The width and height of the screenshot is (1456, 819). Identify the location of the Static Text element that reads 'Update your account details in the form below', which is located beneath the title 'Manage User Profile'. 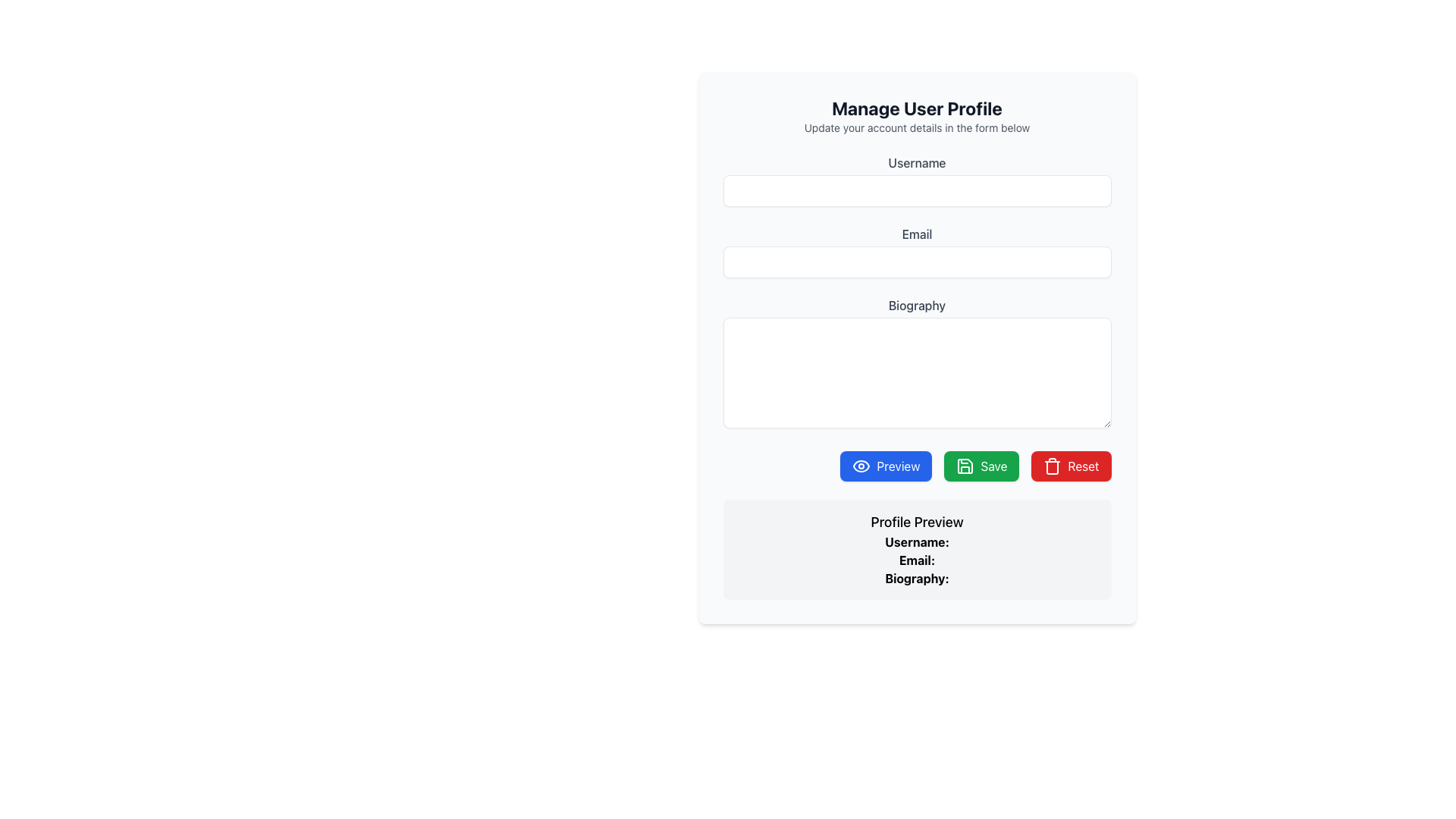
(916, 127).